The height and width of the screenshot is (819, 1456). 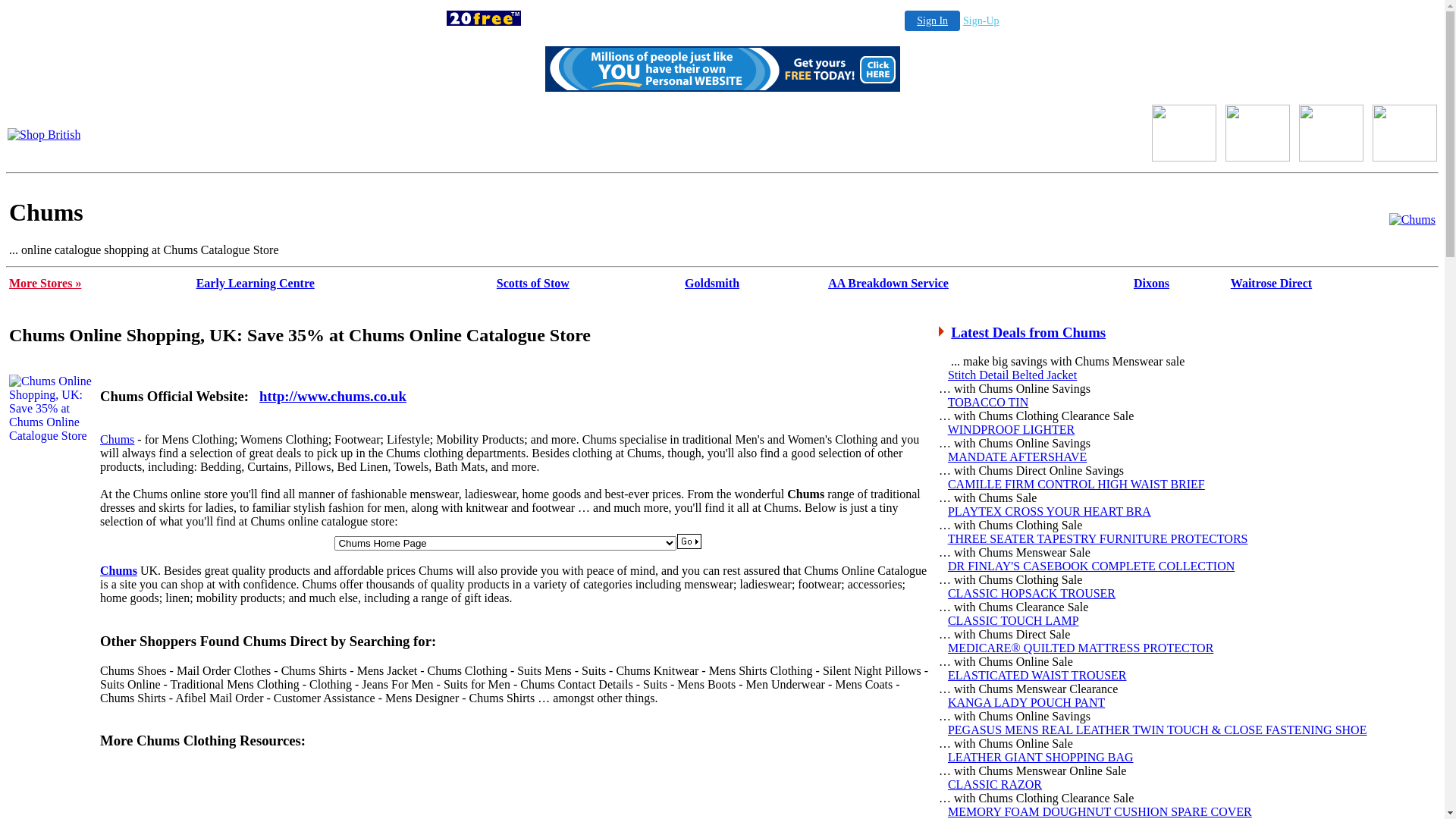 I want to click on 'TOBACCO TIN', so click(x=988, y=401).